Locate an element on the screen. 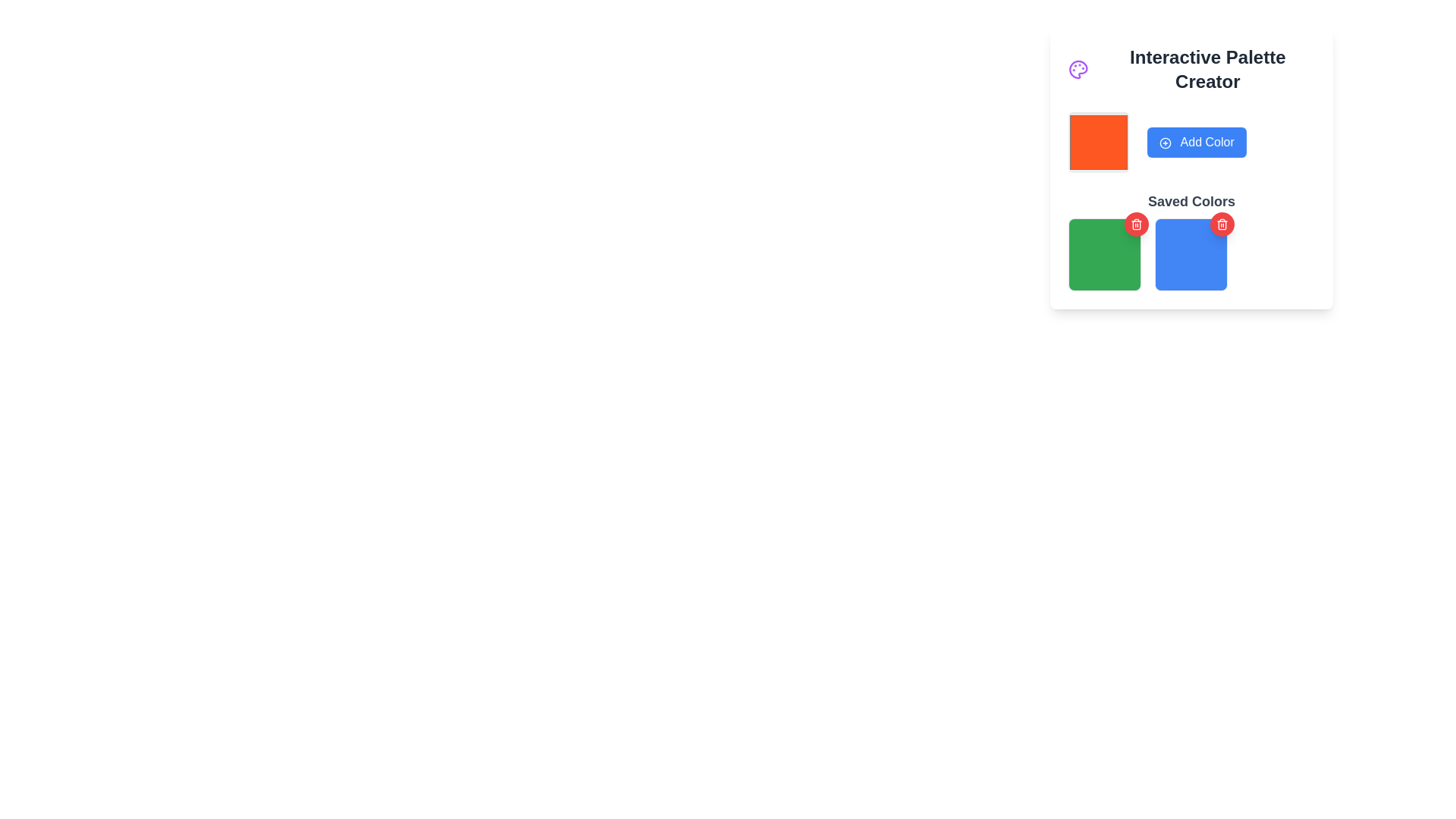  the bright orange color swatch with rounded corners is located at coordinates (1099, 143).